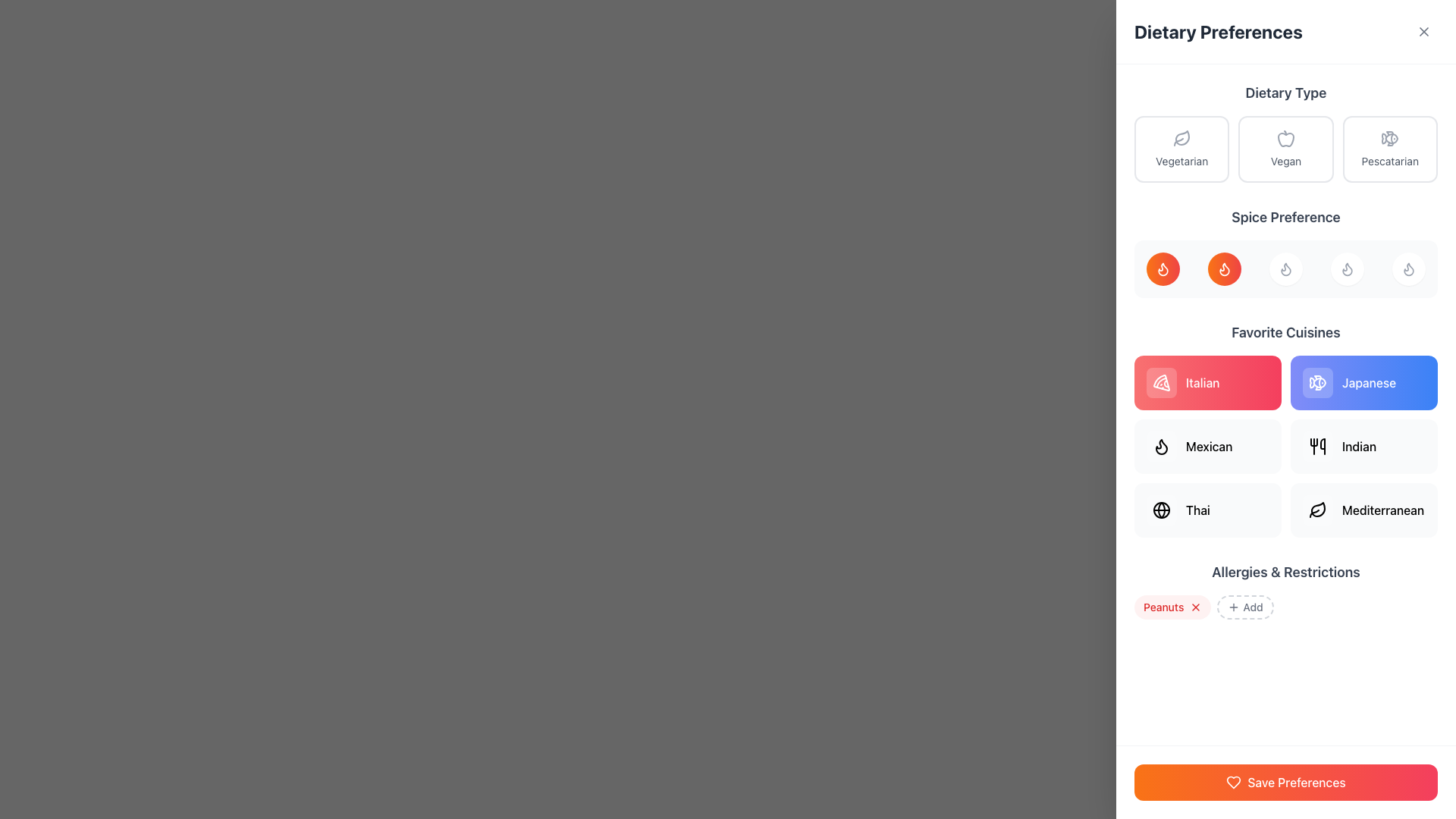  Describe the element at coordinates (1319, 382) in the screenshot. I see `the leftmost curve of the fish icon located in the upper-right corner of the 'Dietary Preferences' panel` at that location.